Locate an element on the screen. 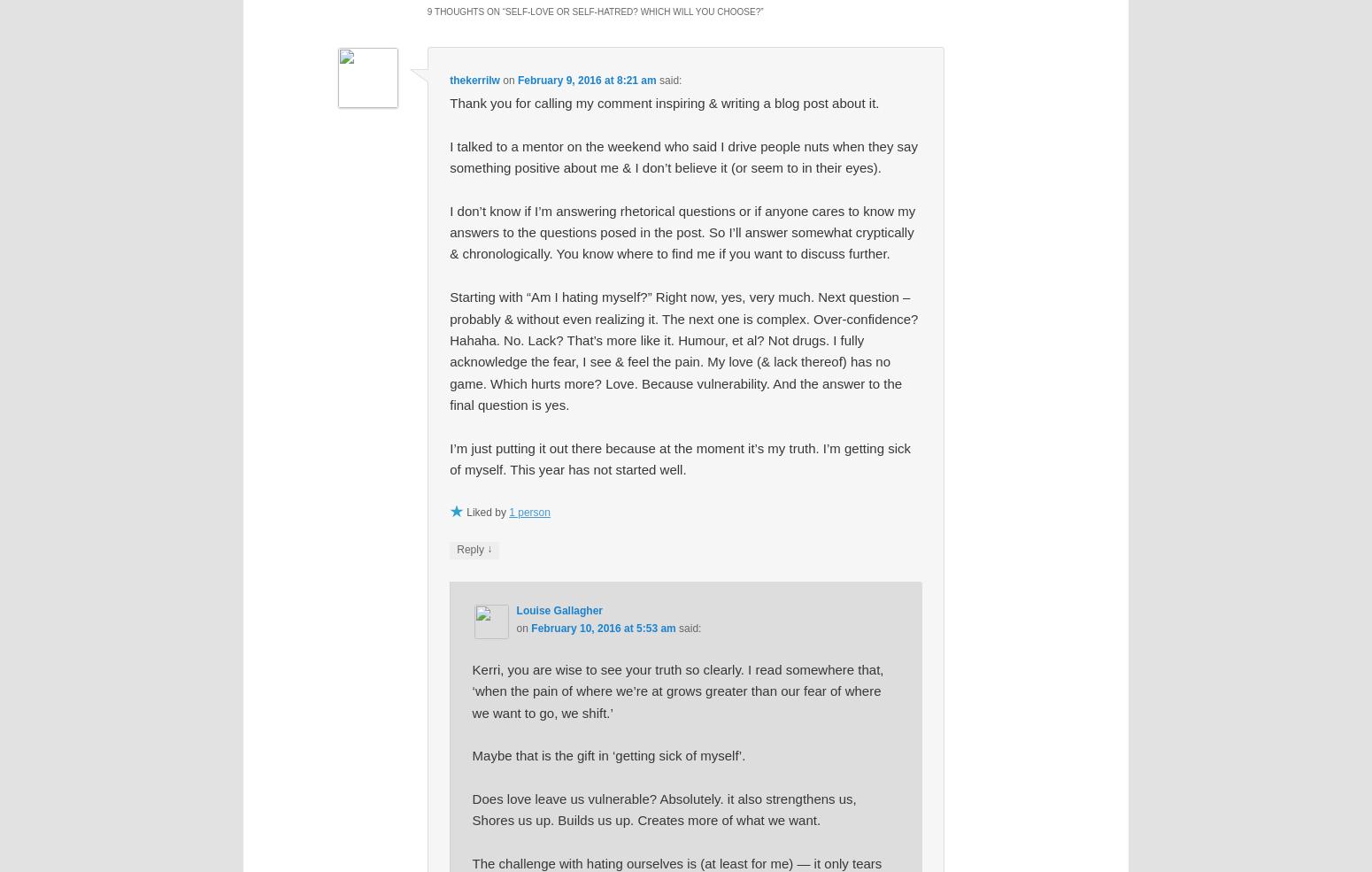 This screenshot has width=1372, height=872. 'Reply' is located at coordinates (471, 549).